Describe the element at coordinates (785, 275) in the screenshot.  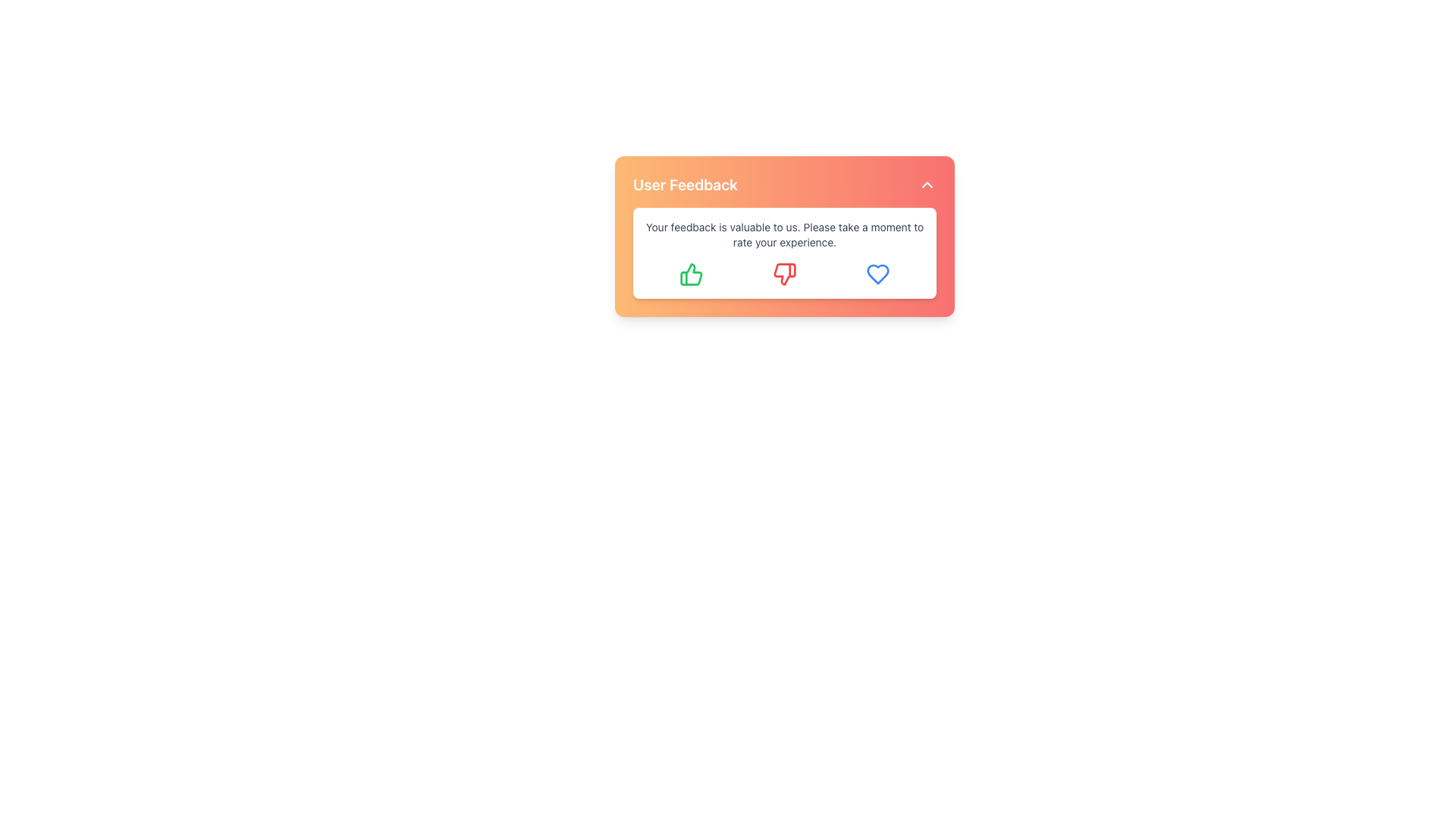
I see `the thumbs-down icon in the middle of the feedback card to give negative feedback` at that location.